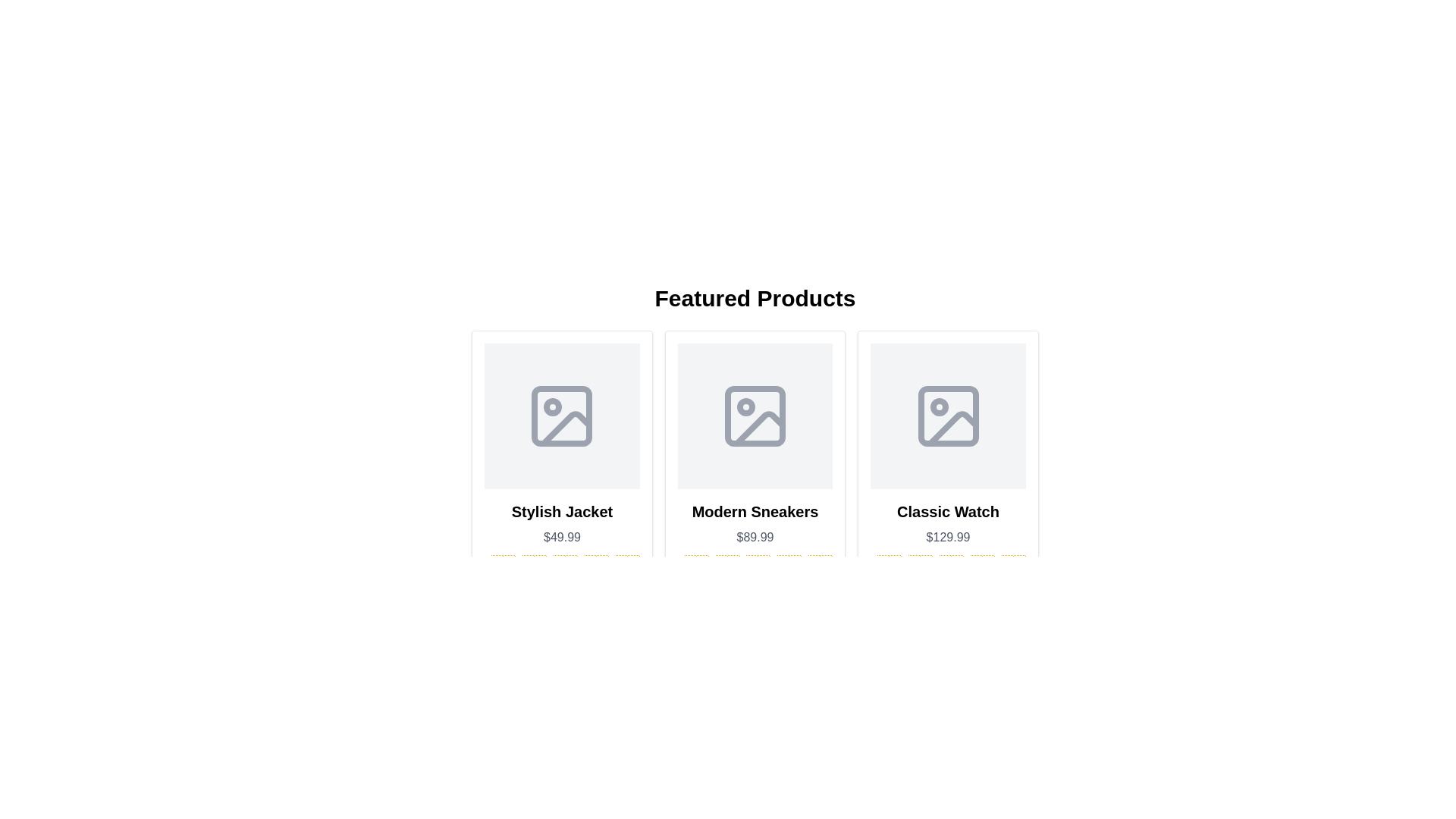  Describe the element at coordinates (755, 512) in the screenshot. I see `text label displaying 'Modern Sneakers' which is bold and larger than adjacent text, located in the second card of three horizontally aligned cards` at that location.